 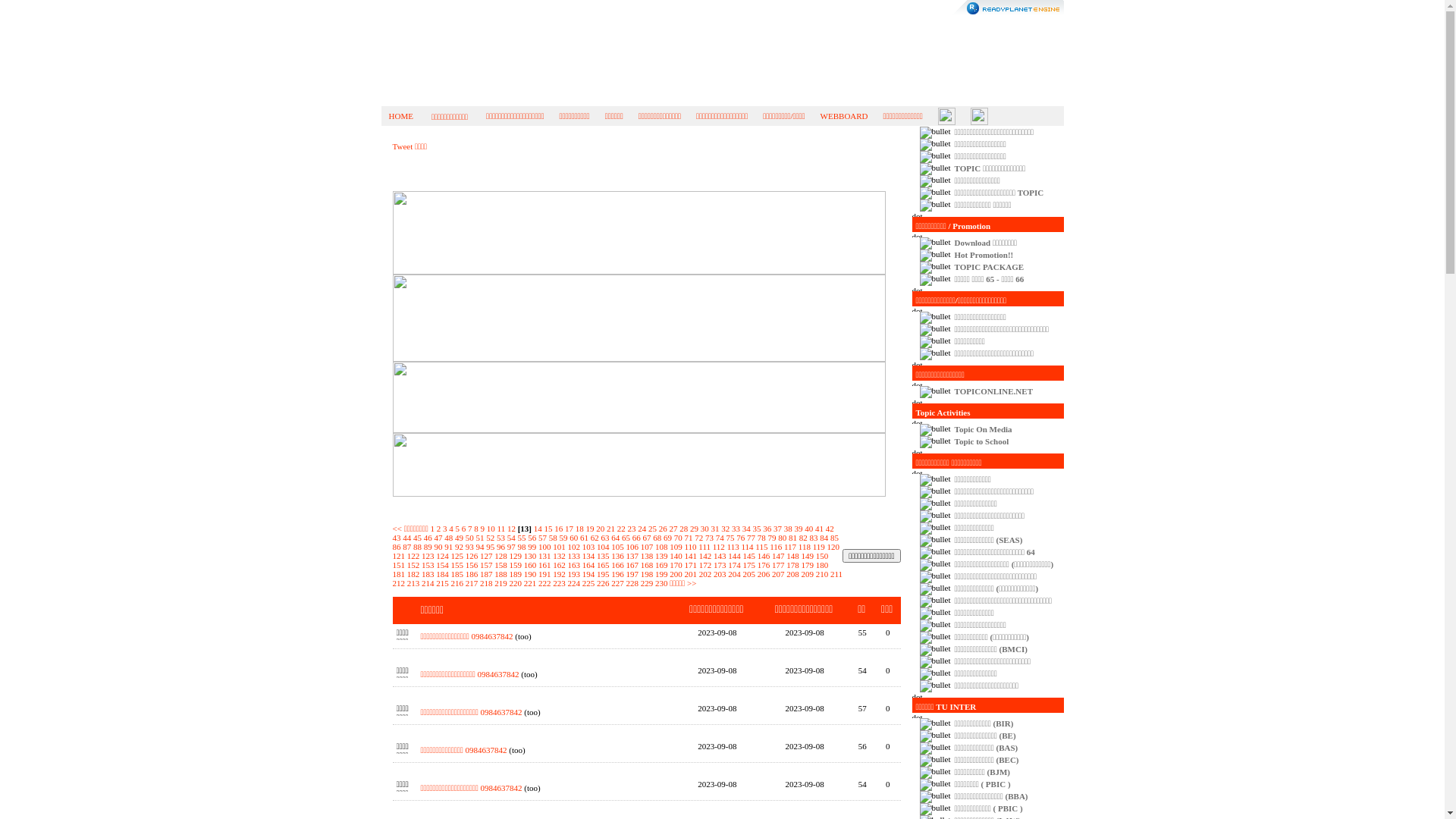 What do you see at coordinates (435, 573) in the screenshot?
I see `'184'` at bounding box center [435, 573].